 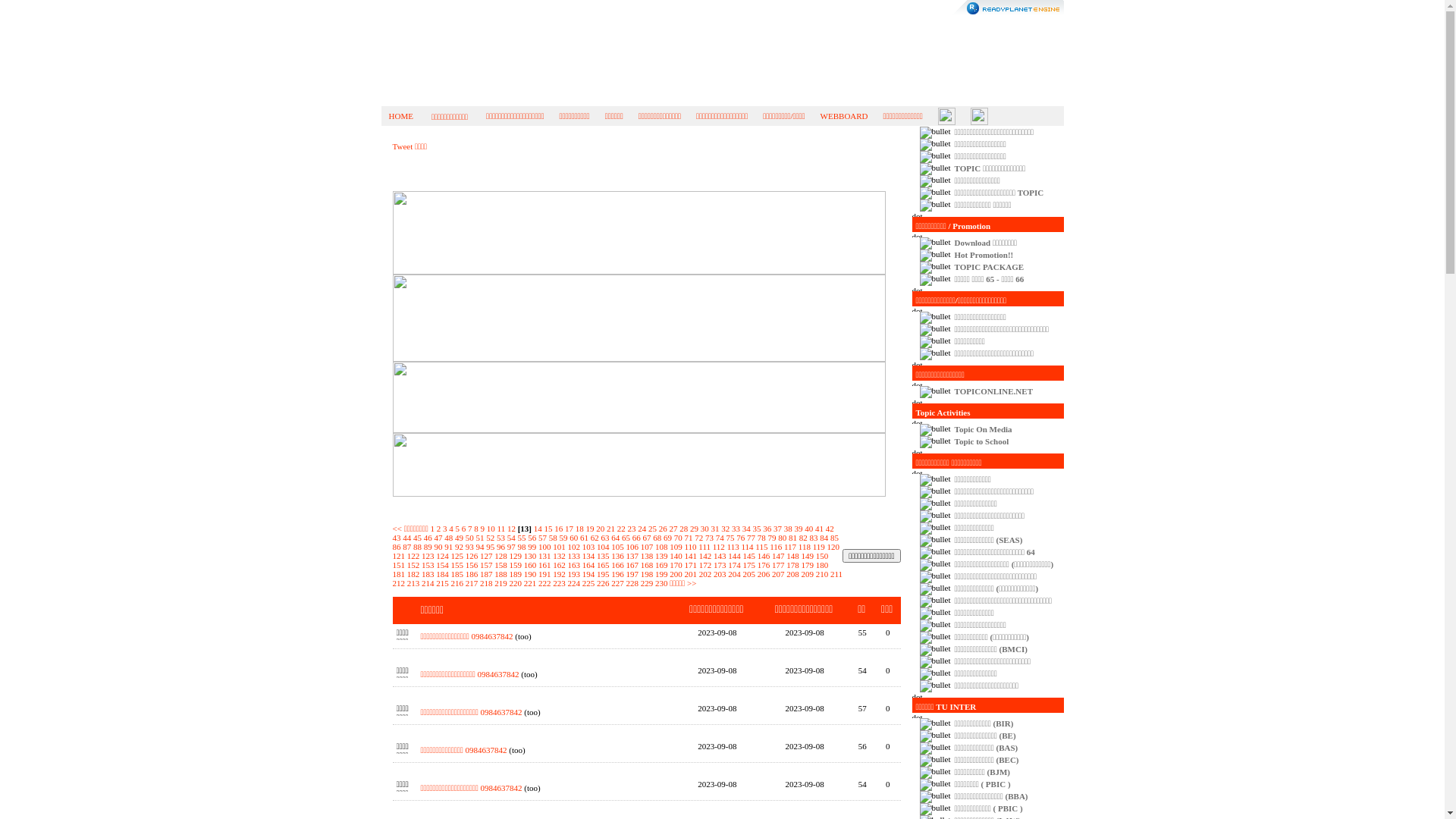 What do you see at coordinates (435, 573) in the screenshot?
I see `'184'` at bounding box center [435, 573].